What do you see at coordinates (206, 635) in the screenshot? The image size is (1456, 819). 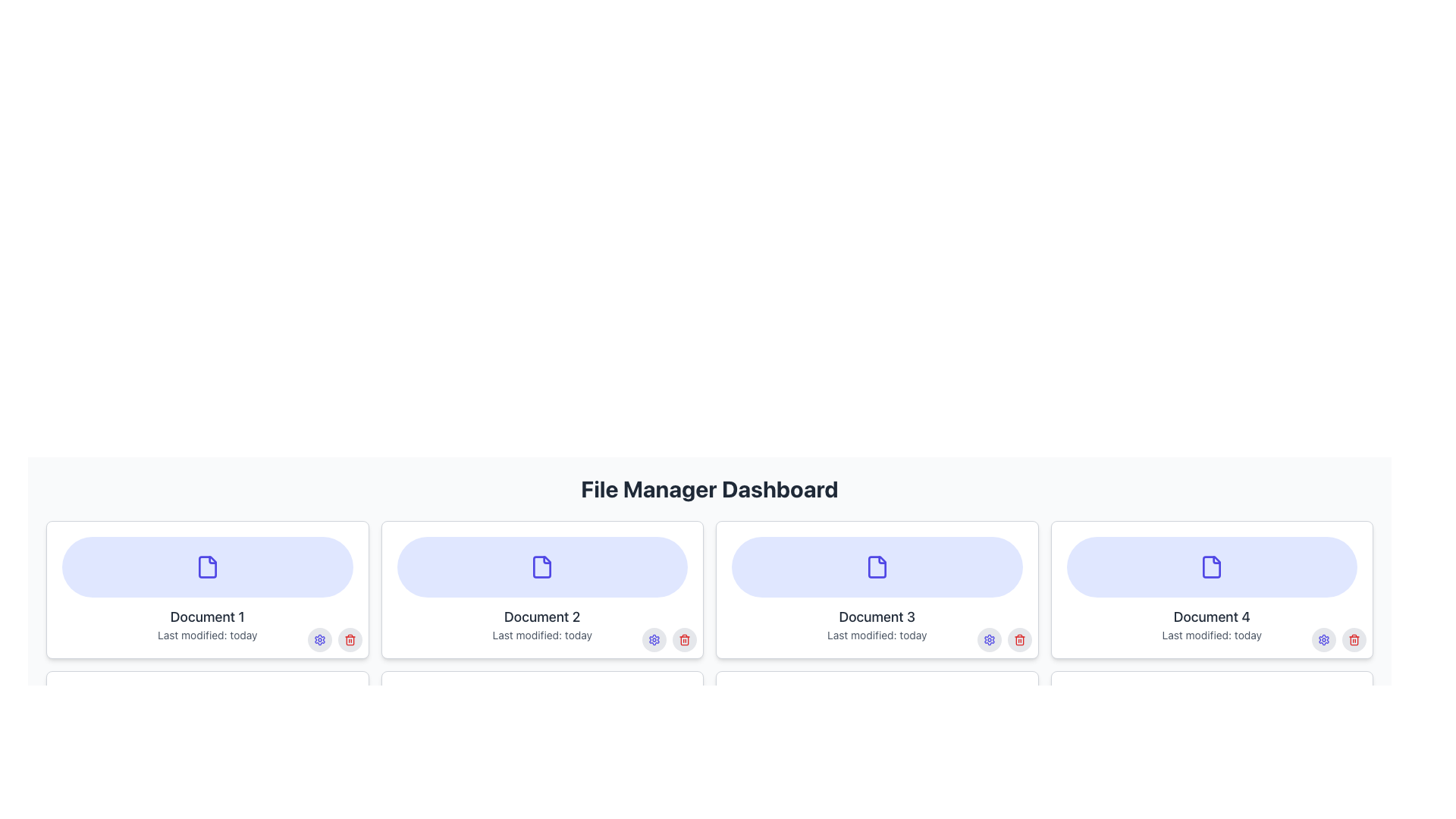 I see `the text label displaying the last modification date of the document associated with the card titled 'Document 1', located at the bottom left corner of the card` at bounding box center [206, 635].